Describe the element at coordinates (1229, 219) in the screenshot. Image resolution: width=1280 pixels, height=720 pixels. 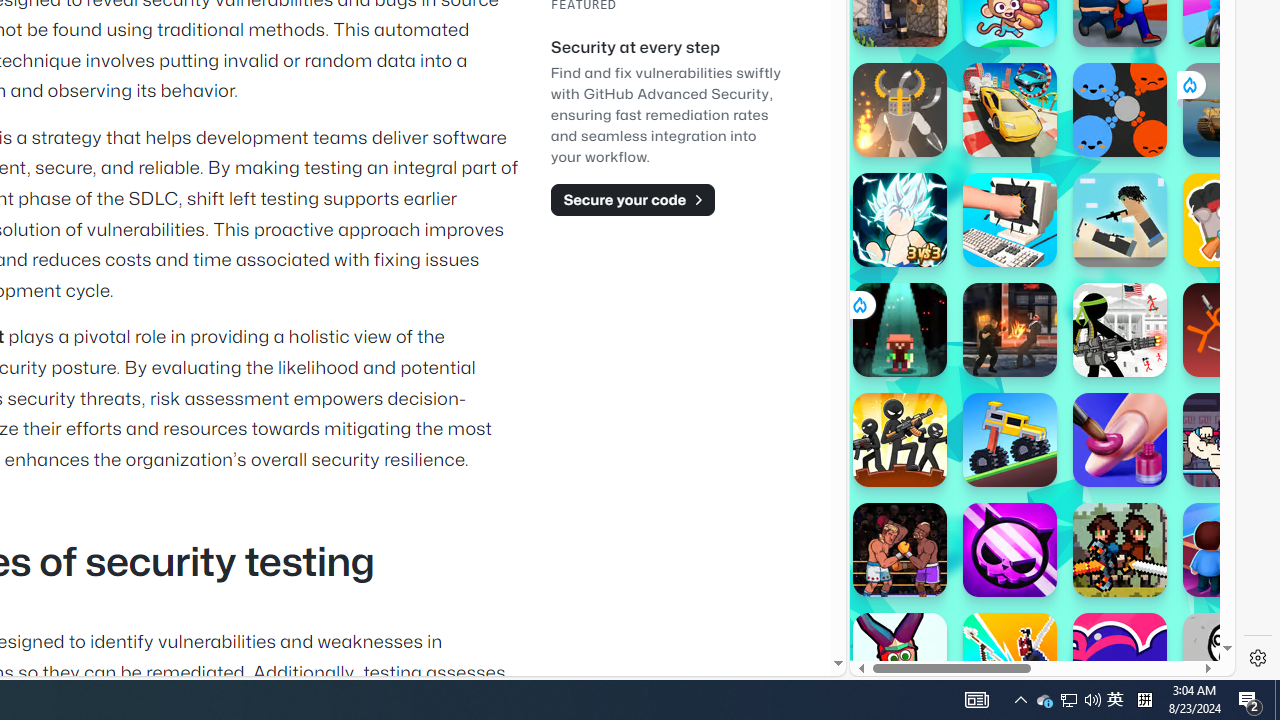
I see `'Bacon May Die'` at that location.